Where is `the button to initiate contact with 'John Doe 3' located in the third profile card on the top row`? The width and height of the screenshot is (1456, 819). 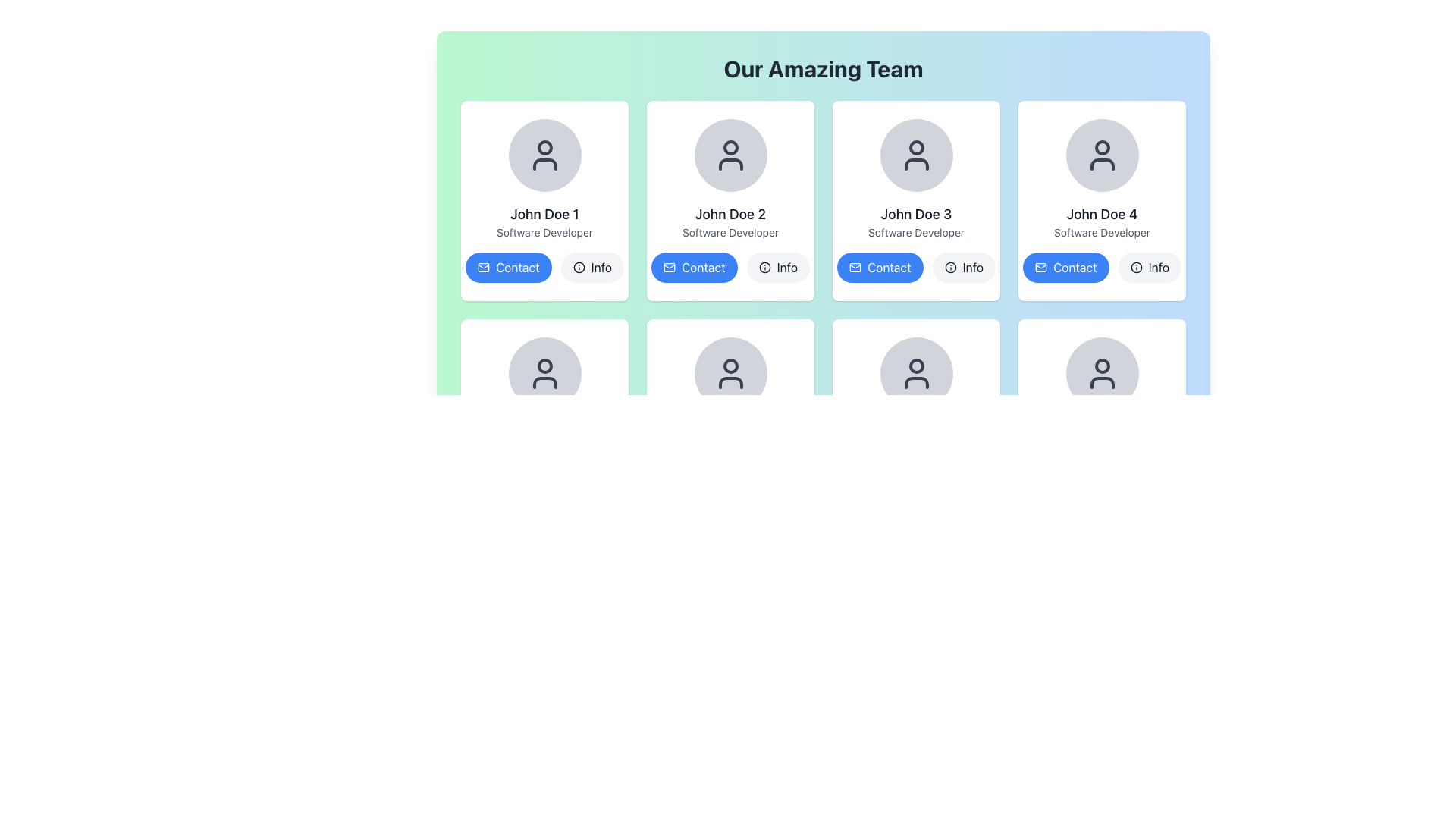
the button to initiate contact with 'John Doe 3' located in the third profile card on the top row is located at coordinates (880, 267).